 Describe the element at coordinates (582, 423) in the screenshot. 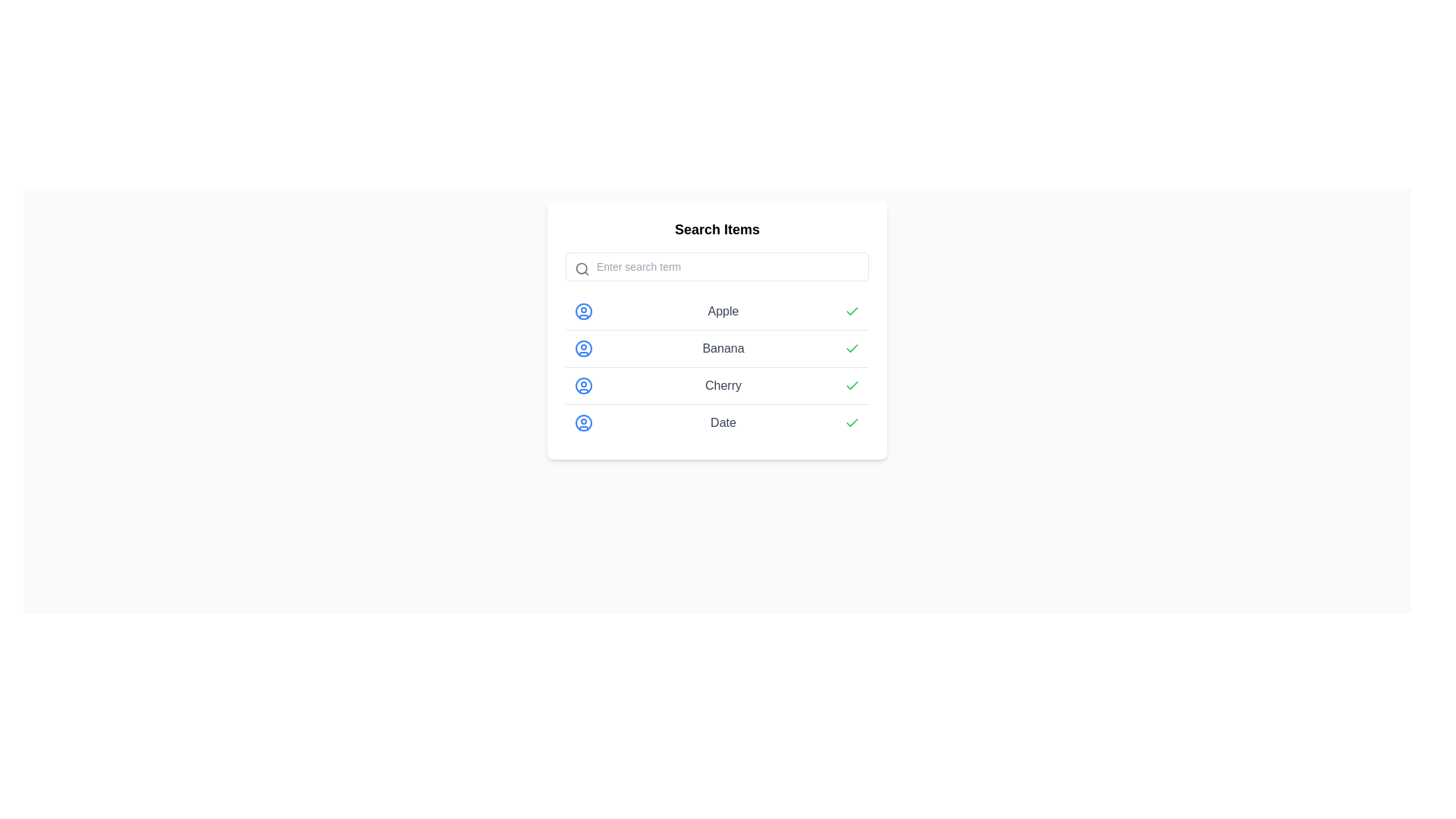

I see `the Circular border element in the SVG icon located in the fourth row, which visually signifies user-related data, to indicate its distinct association with the row` at that location.